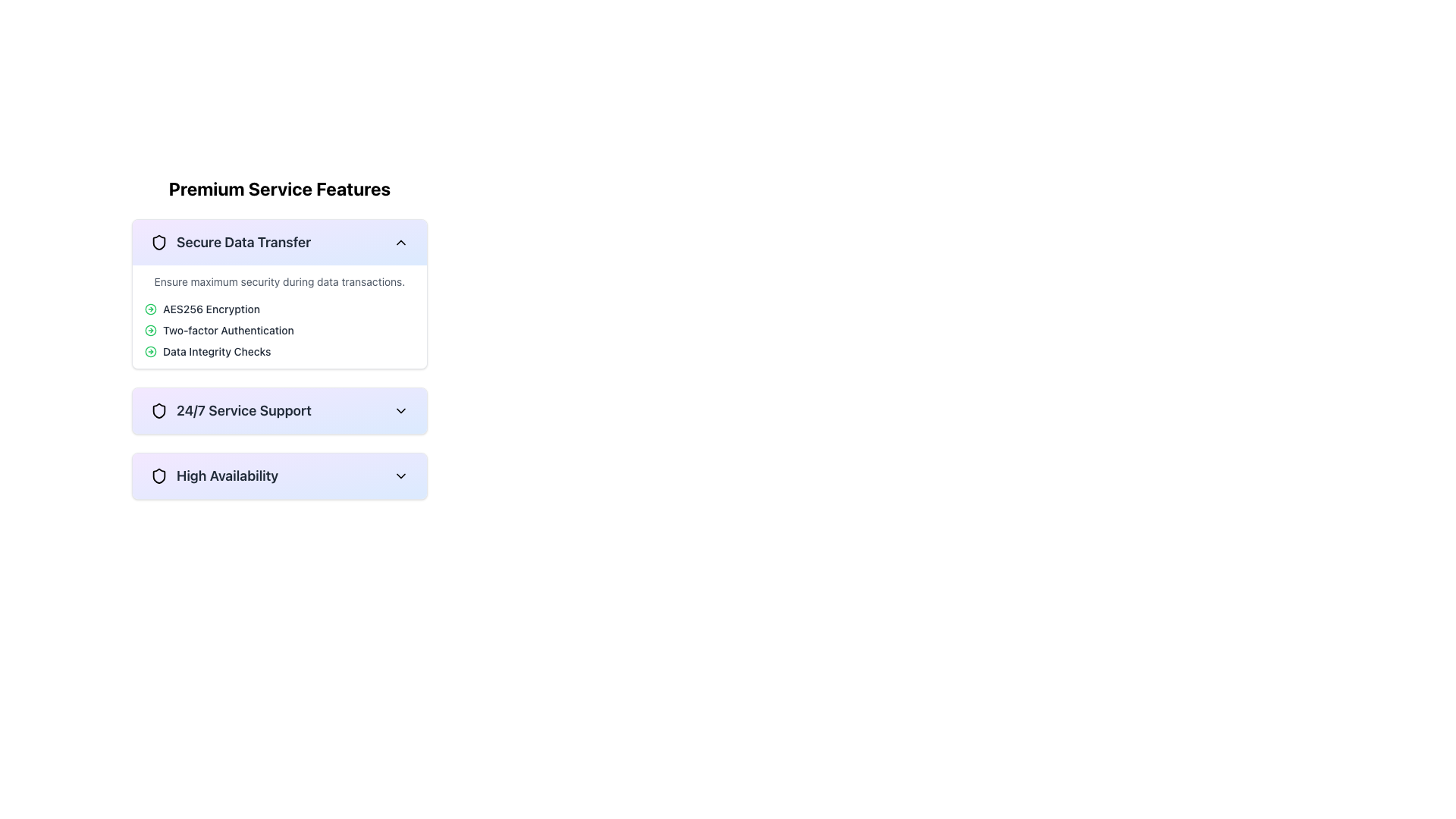 The width and height of the screenshot is (1456, 819). What do you see at coordinates (150, 351) in the screenshot?
I see `the 'Data Integrity Checks' icon, which indicates navigation or status related to integrity checks, positioned as the first item in the 'Secure Data Transfer' section` at bounding box center [150, 351].